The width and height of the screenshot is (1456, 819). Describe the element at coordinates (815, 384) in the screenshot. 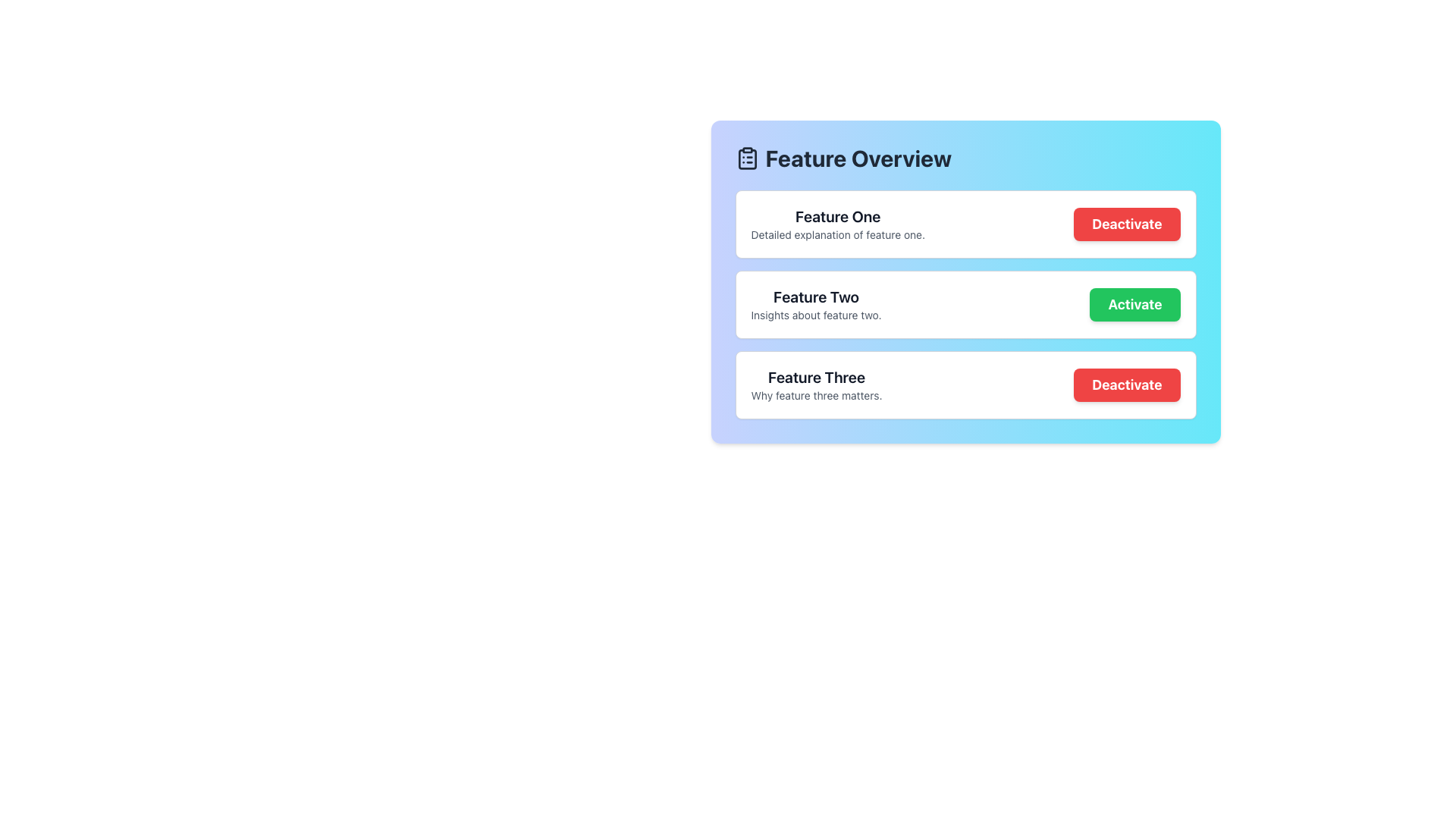

I see `text content from the text display component located at the top-left corner of the third card in the 'Feature Overview' section` at that location.